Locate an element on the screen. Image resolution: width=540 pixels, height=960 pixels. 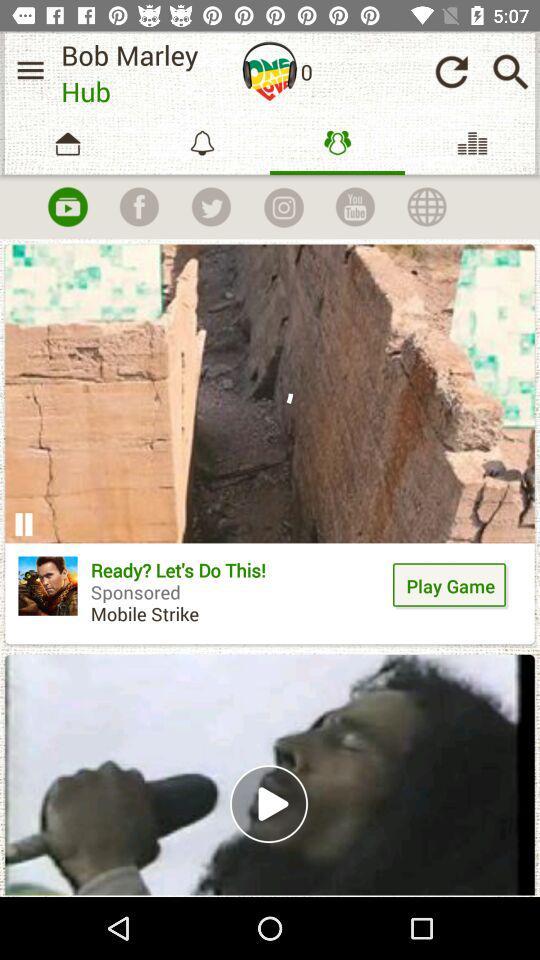
home page is located at coordinates (270, 71).